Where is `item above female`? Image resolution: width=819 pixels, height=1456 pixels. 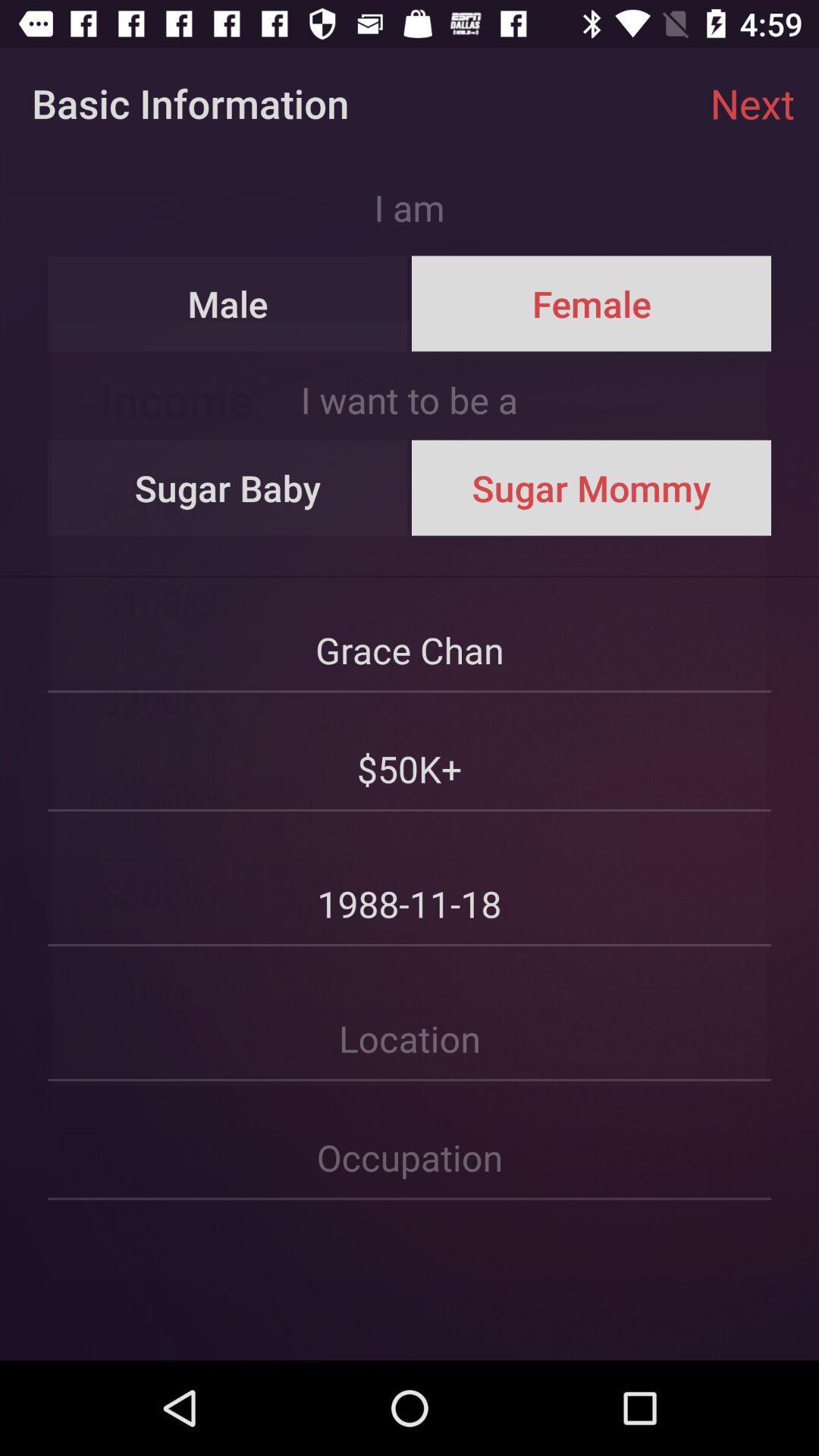
item above female is located at coordinates (752, 102).